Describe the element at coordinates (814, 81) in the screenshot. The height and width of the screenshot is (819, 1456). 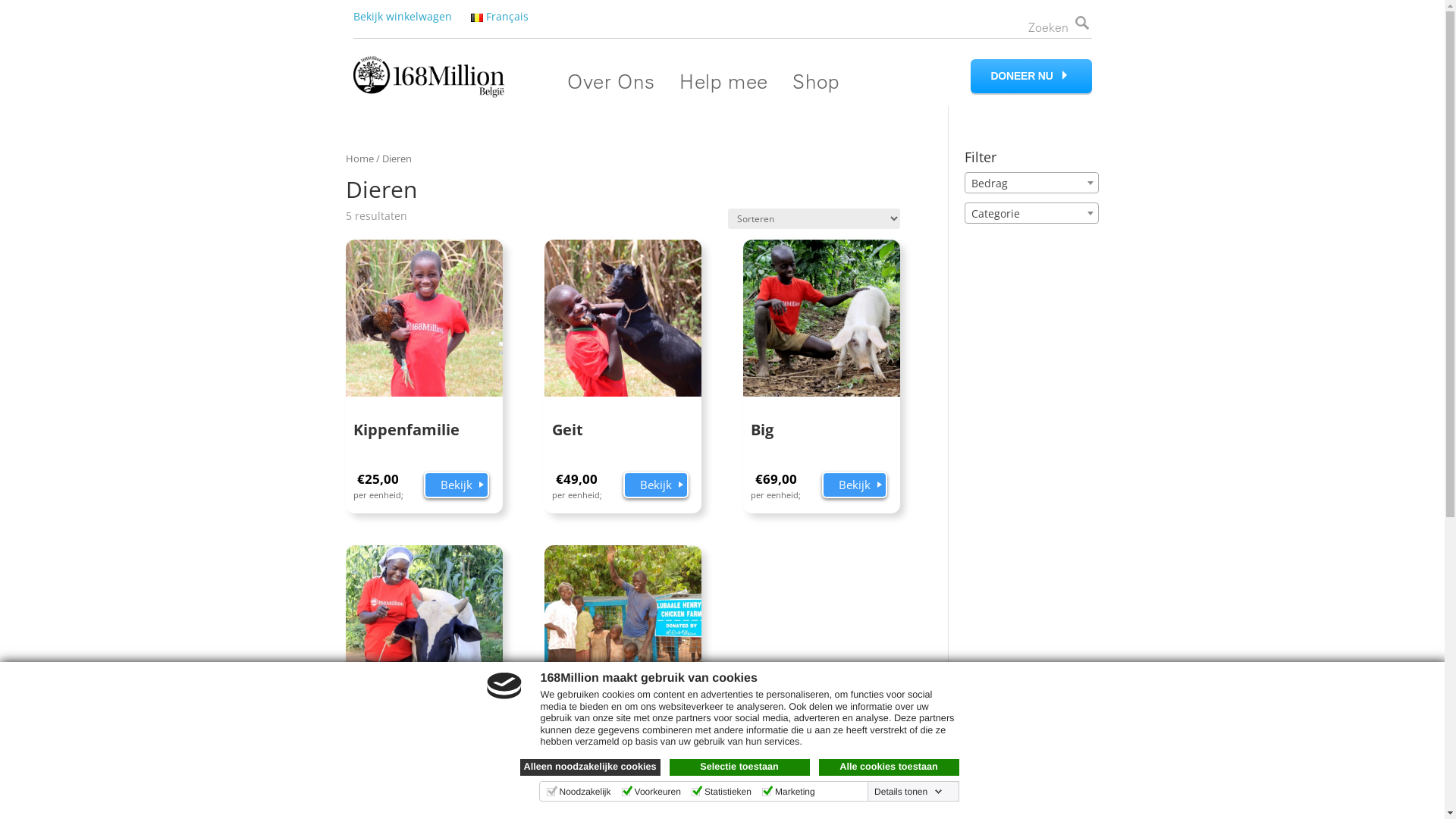
I see `'Shop'` at that location.